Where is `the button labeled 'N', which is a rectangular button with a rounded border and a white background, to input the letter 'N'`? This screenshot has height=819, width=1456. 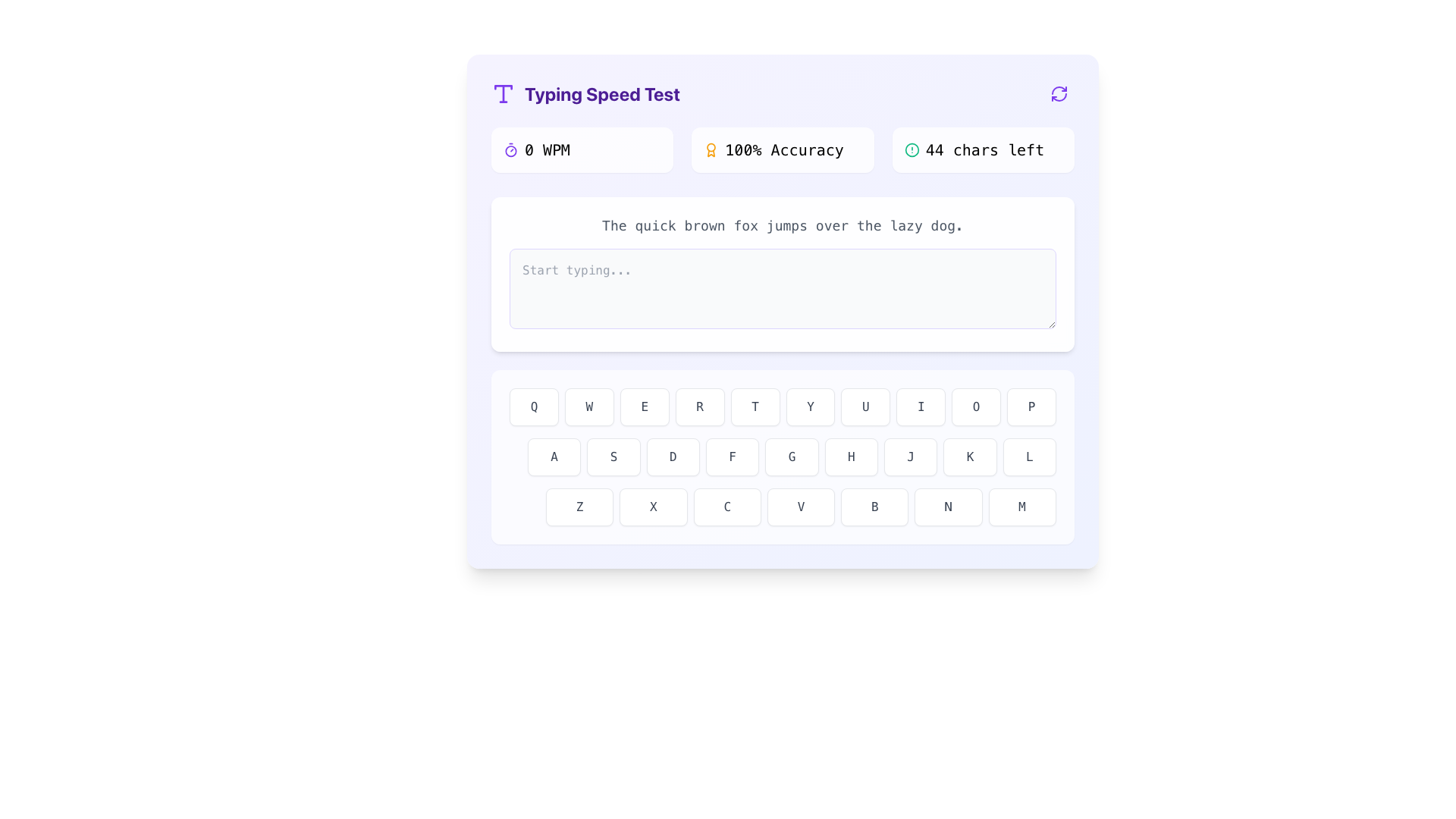
the button labeled 'N', which is a rectangular button with a rounded border and a white background, to input the letter 'N' is located at coordinates (948, 507).